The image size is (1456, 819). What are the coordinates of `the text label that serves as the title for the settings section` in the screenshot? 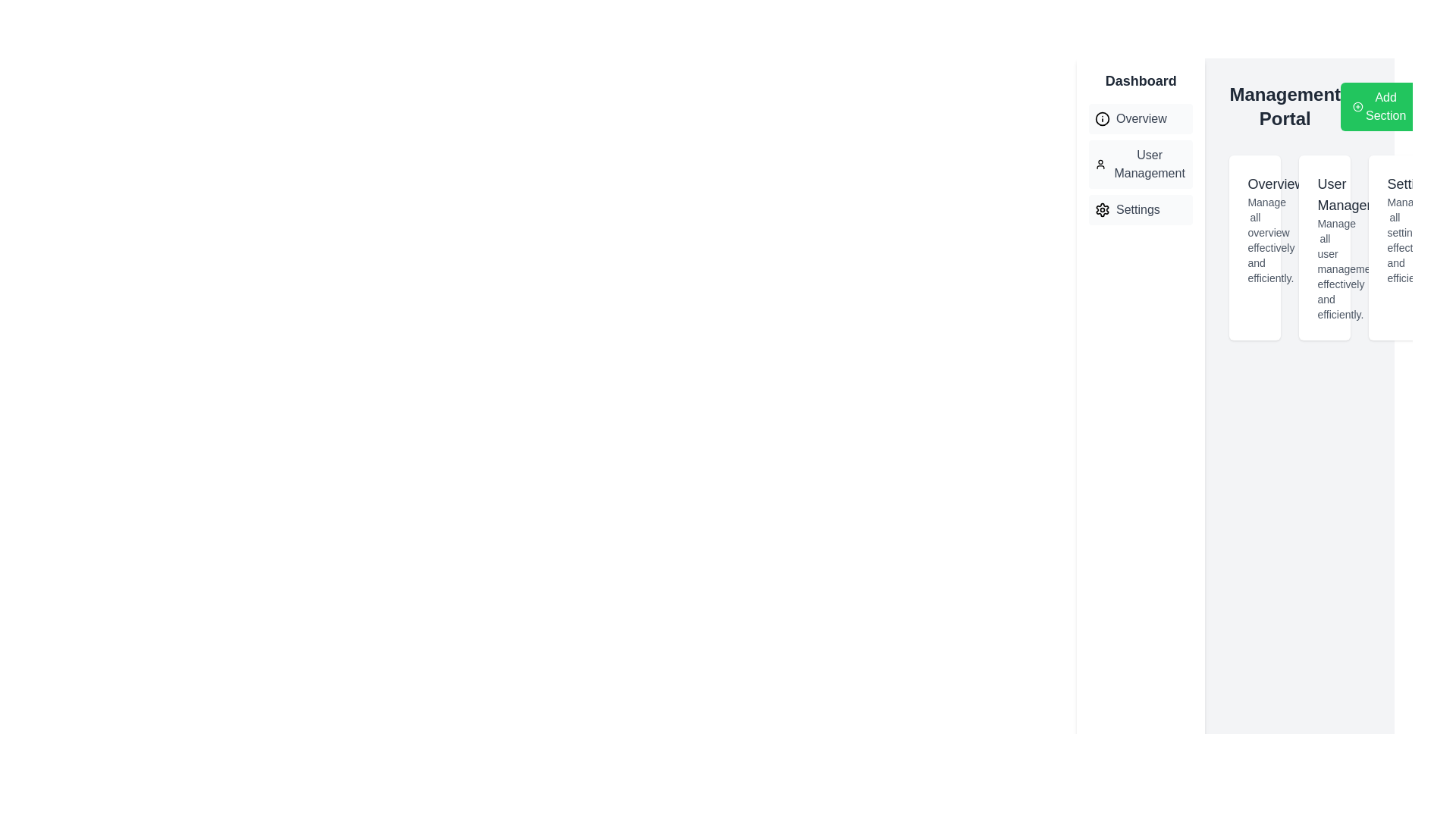 It's located at (1395, 184).